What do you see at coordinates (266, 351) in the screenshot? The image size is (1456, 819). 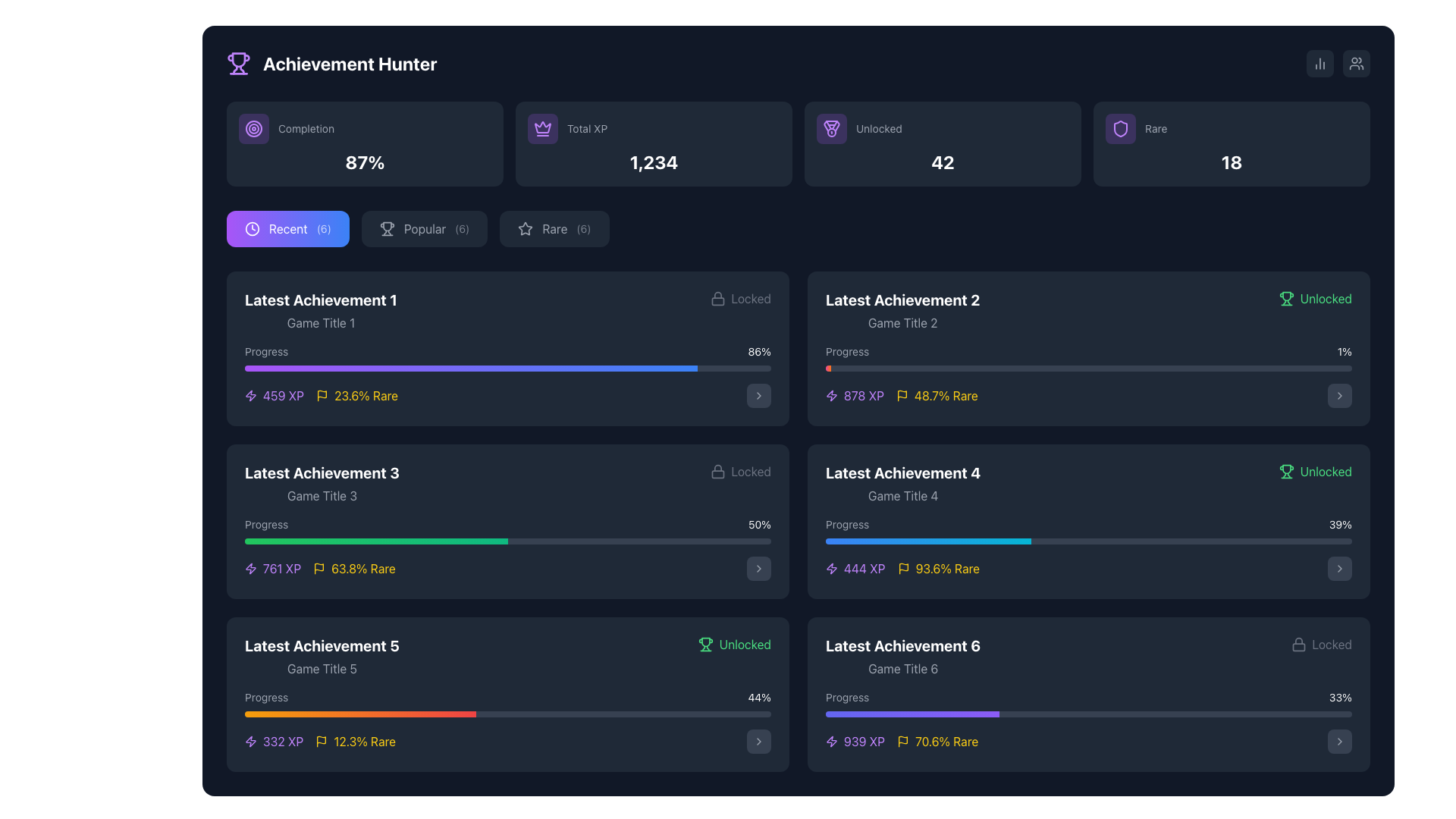 I see `the text label displaying 'Progress' in light gray within the 'Latest Achievement 1' panel, located above the progress bar` at bounding box center [266, 351].